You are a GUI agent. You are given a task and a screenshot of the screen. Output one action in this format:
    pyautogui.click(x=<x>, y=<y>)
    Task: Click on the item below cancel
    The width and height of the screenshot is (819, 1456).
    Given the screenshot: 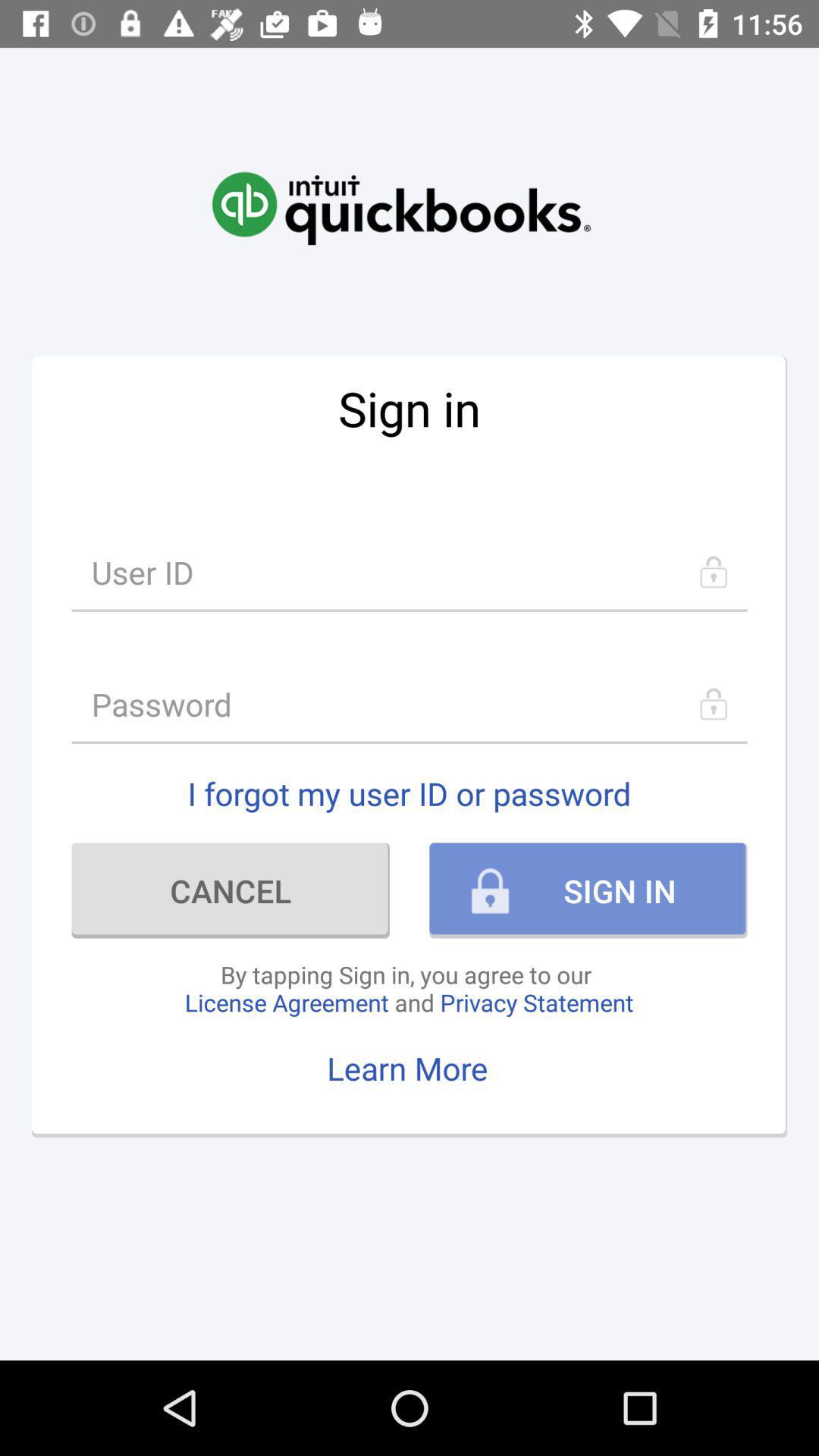 What is the action you would take?
    pyautogui.click(x=408, y=988)
    